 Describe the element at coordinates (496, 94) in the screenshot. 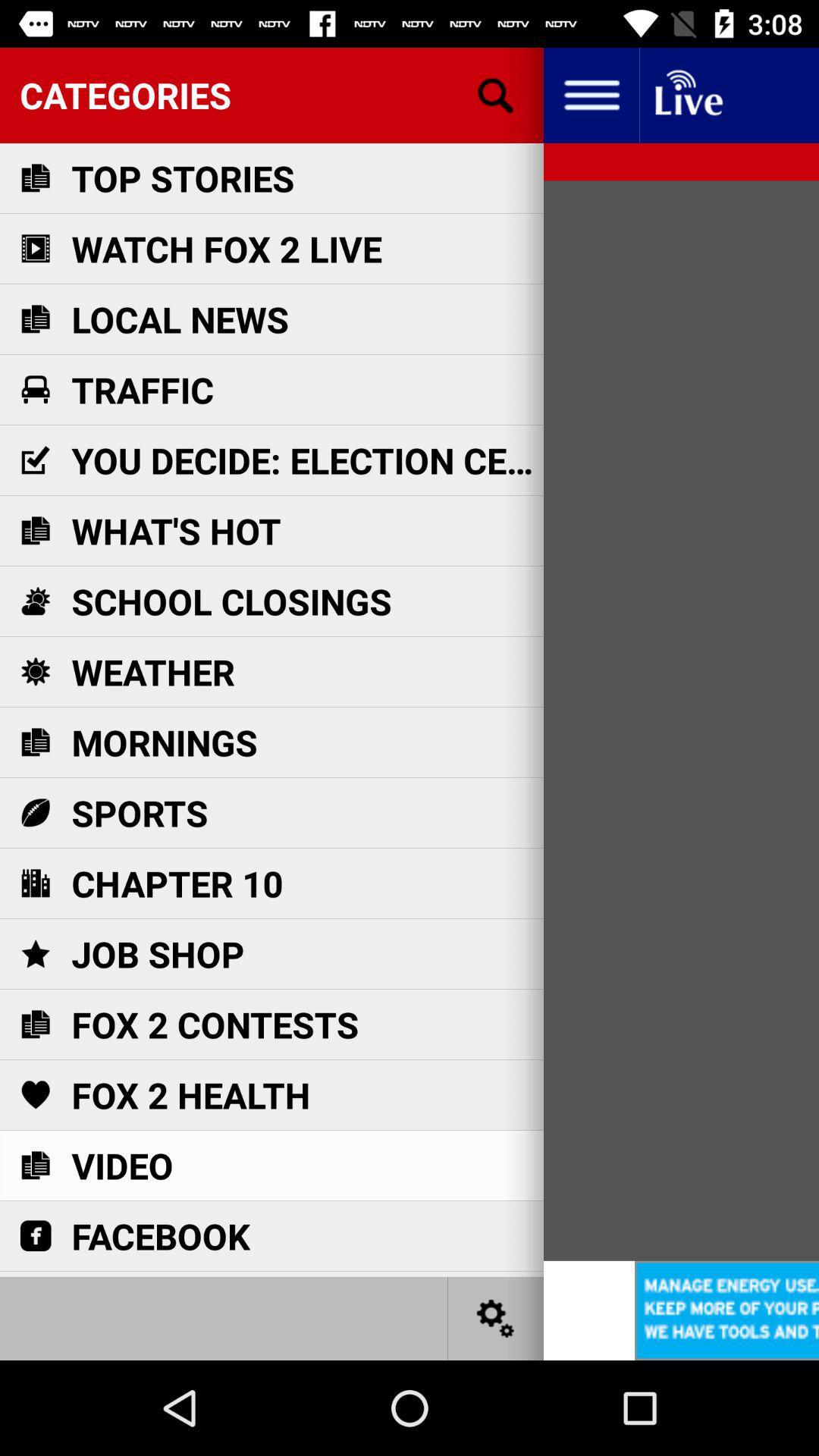

I see `search` at that location.